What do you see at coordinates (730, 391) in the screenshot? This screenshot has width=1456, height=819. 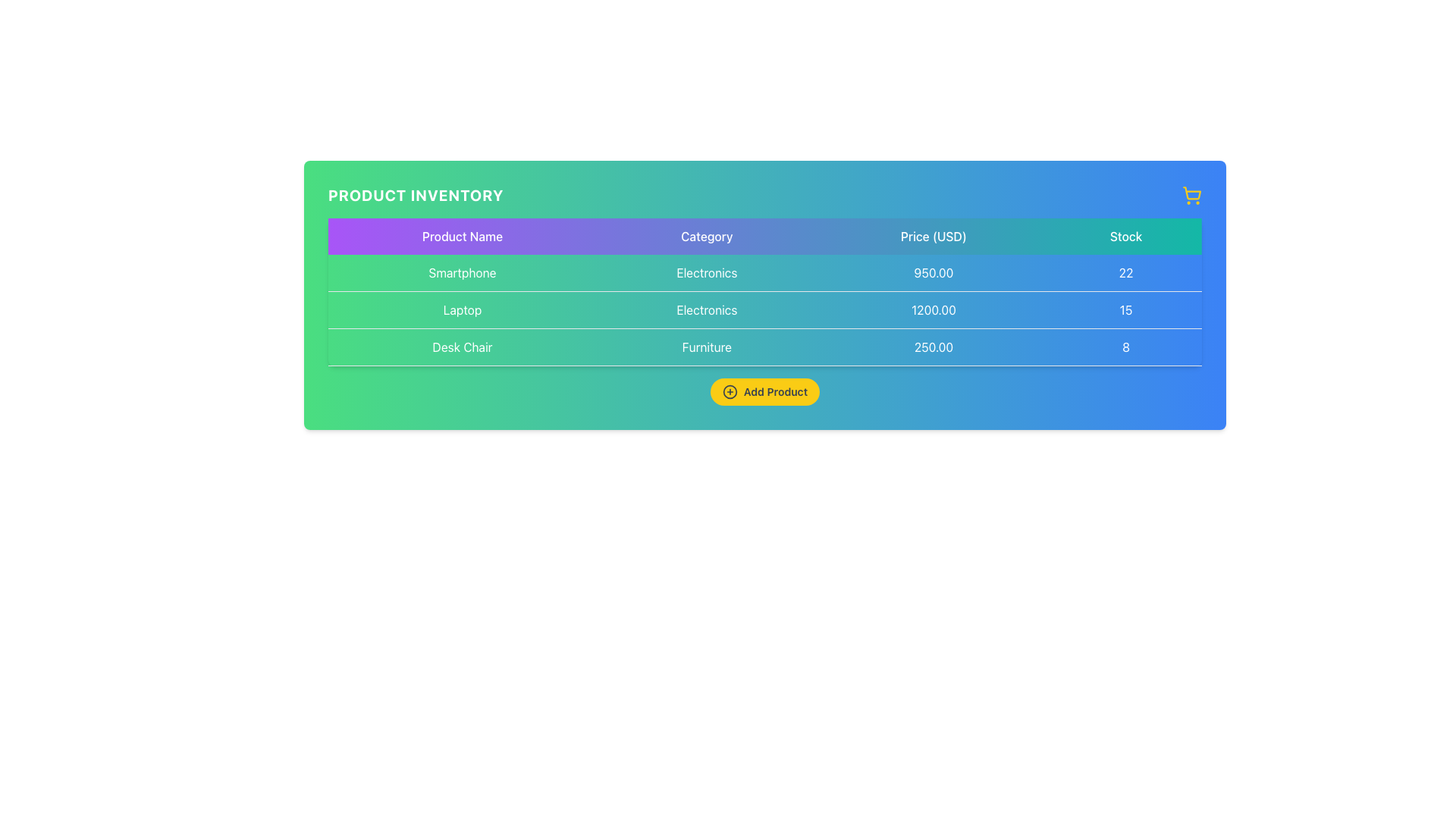 I see `the circular icon with a '+' symbol at the center of the yellow 'Add Product' button` at bounding box center [730, 391].